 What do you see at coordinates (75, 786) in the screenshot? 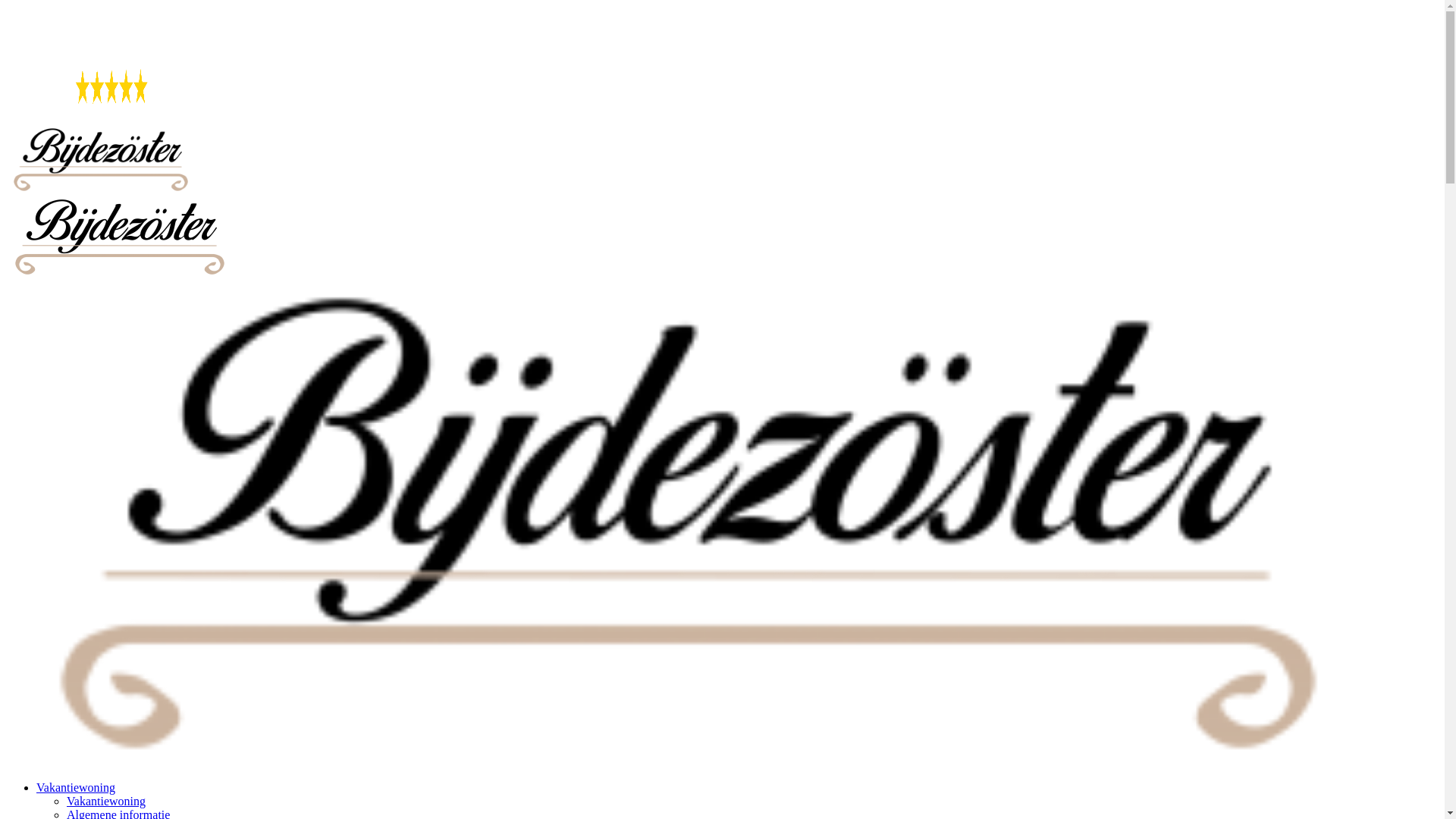
I see `'Vakantiewoning'` at bounding box center [75, 786].